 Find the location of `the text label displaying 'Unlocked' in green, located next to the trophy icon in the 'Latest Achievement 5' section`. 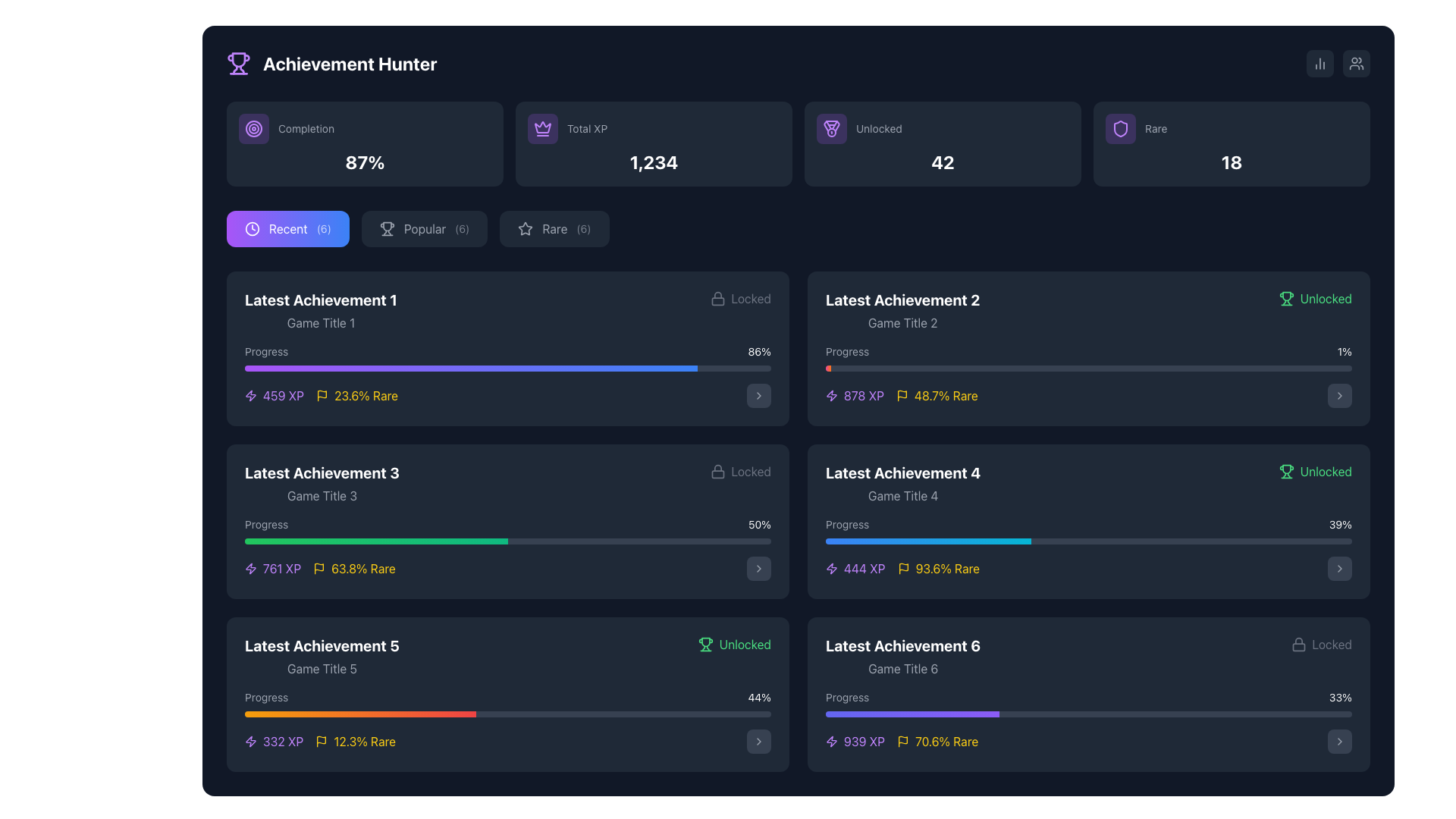

the text label displaying 'Unlocked' in green, located next to the trophy icon in the 'Latest Achievement 5' section is located at coordinates (745, 644).